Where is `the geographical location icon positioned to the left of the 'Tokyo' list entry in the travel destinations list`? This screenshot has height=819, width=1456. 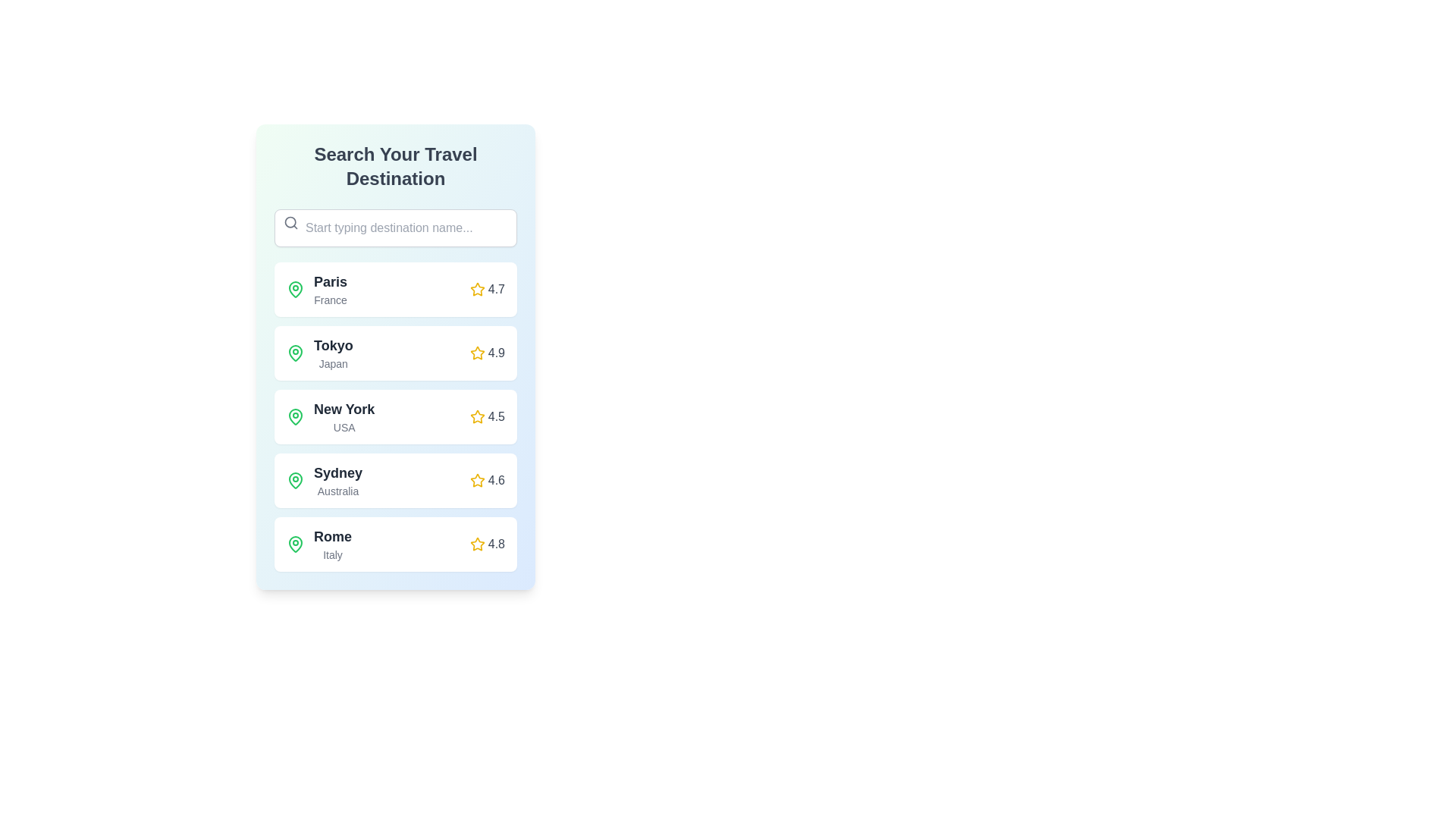 the geographical location icon positioned to the left of the 'Tokyo' list entry in the travel destinations list is located at coordinates (295, 353).